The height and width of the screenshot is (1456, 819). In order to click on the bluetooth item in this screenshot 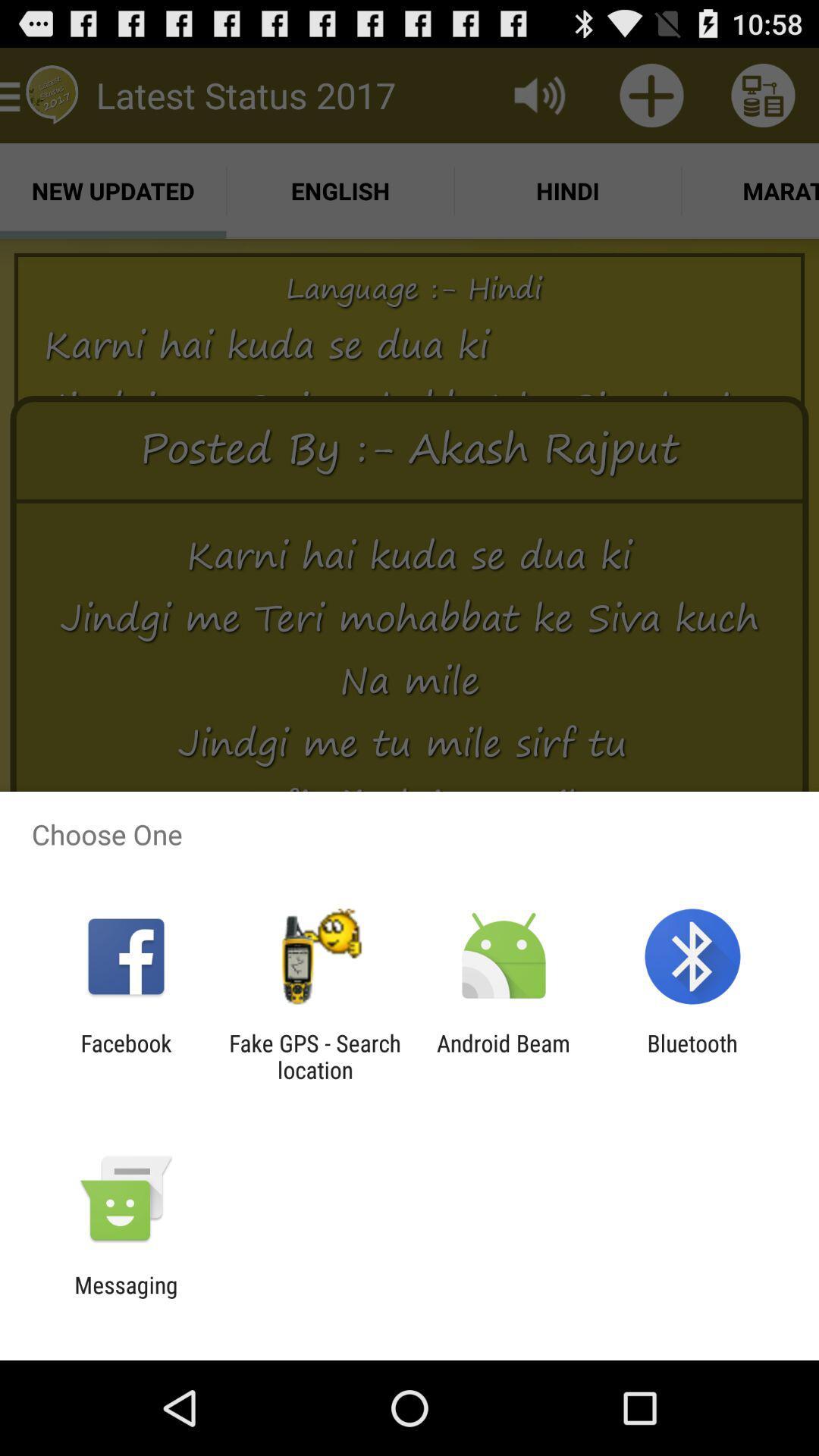, I will do `click(692, 1056)`.